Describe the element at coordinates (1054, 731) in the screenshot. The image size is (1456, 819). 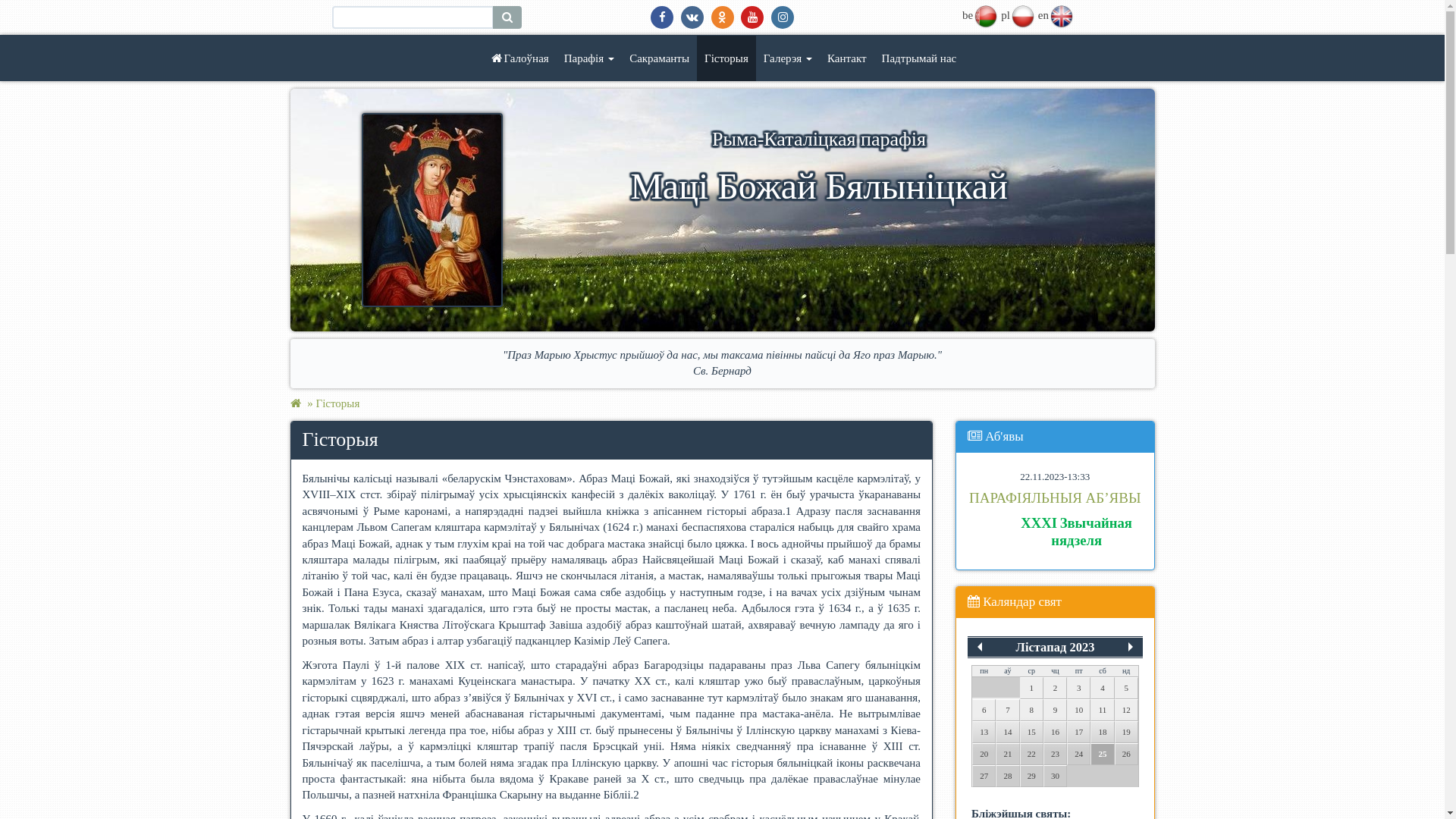
I see `'16'` at that location.